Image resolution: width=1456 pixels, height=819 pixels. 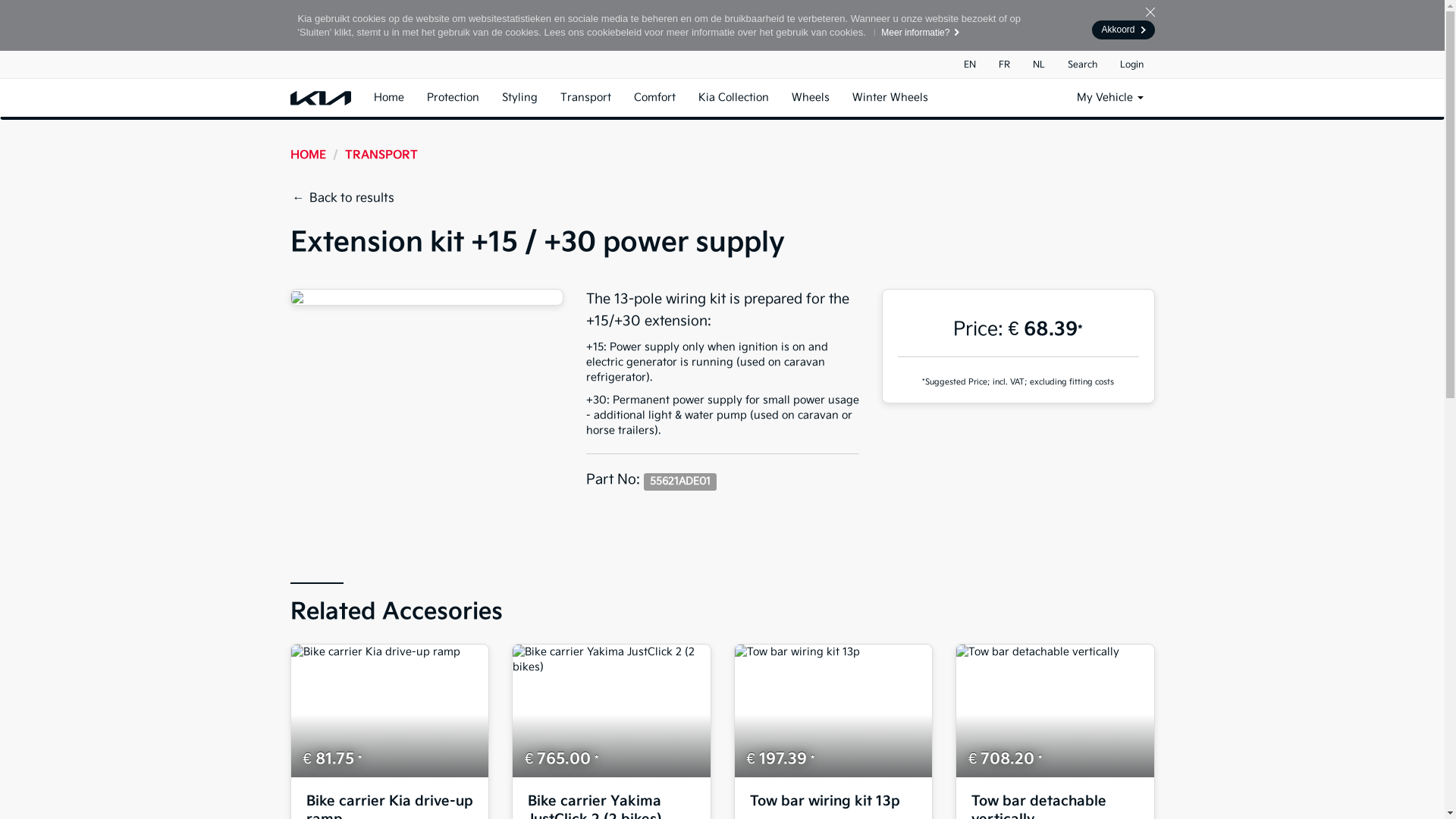 I want to click on 'EN', so click(x=968, y=64).